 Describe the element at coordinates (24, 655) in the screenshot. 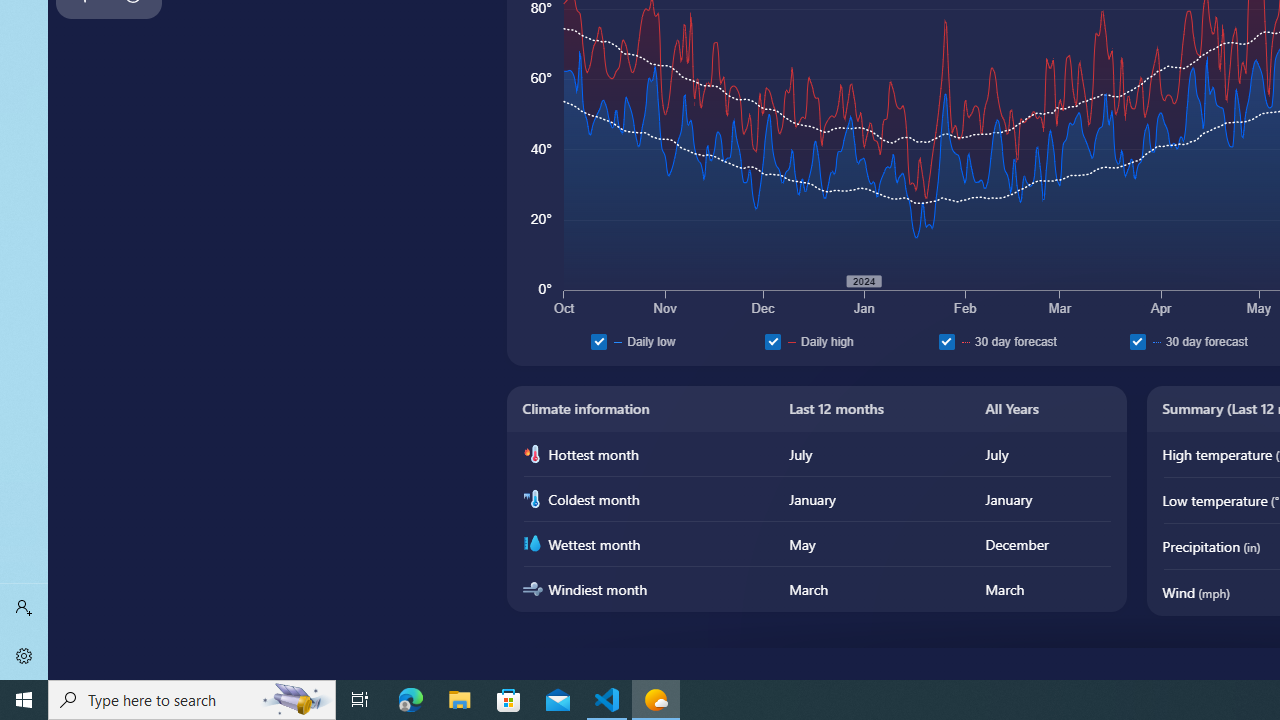

I see `'Settings'` at that location.